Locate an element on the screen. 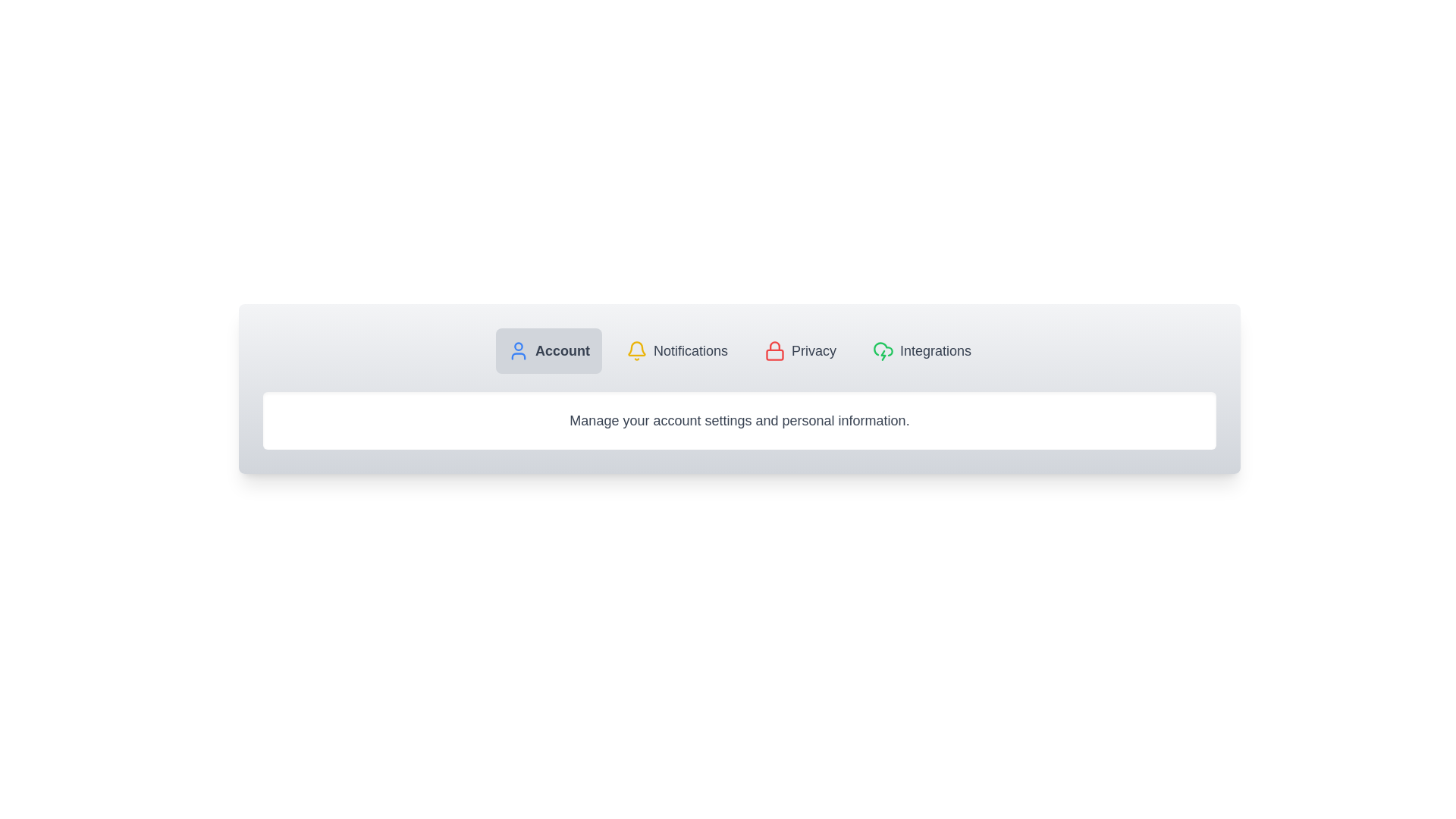 The image size is (1456, 819). the fourth navigation button in the horizontal navigation bar, located to the right of the 'Privacy' button is located at coordinates (921, 350).